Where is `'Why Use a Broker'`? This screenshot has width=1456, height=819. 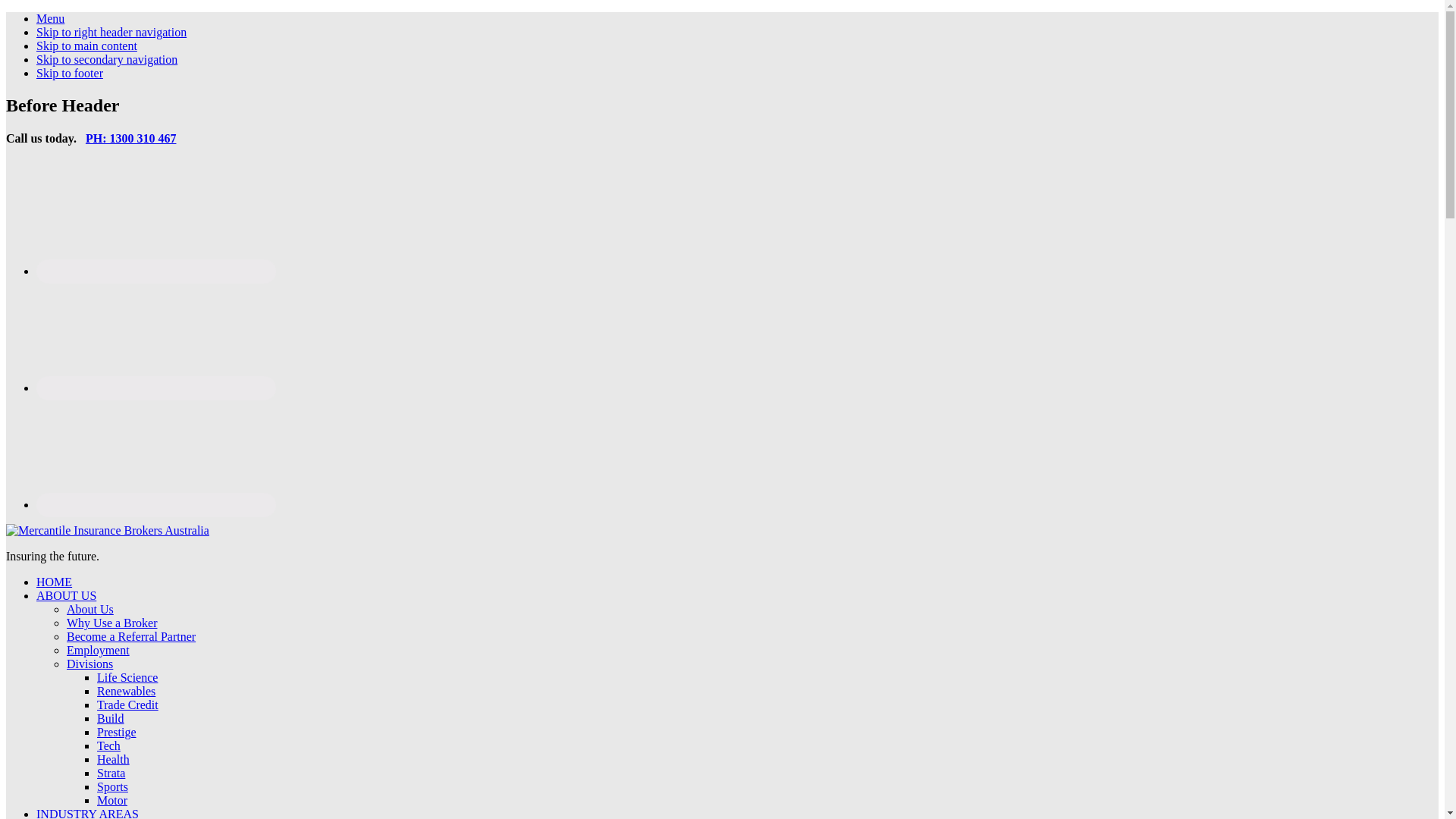
'Why Use a Broker' is located at coordinates (111, 623).